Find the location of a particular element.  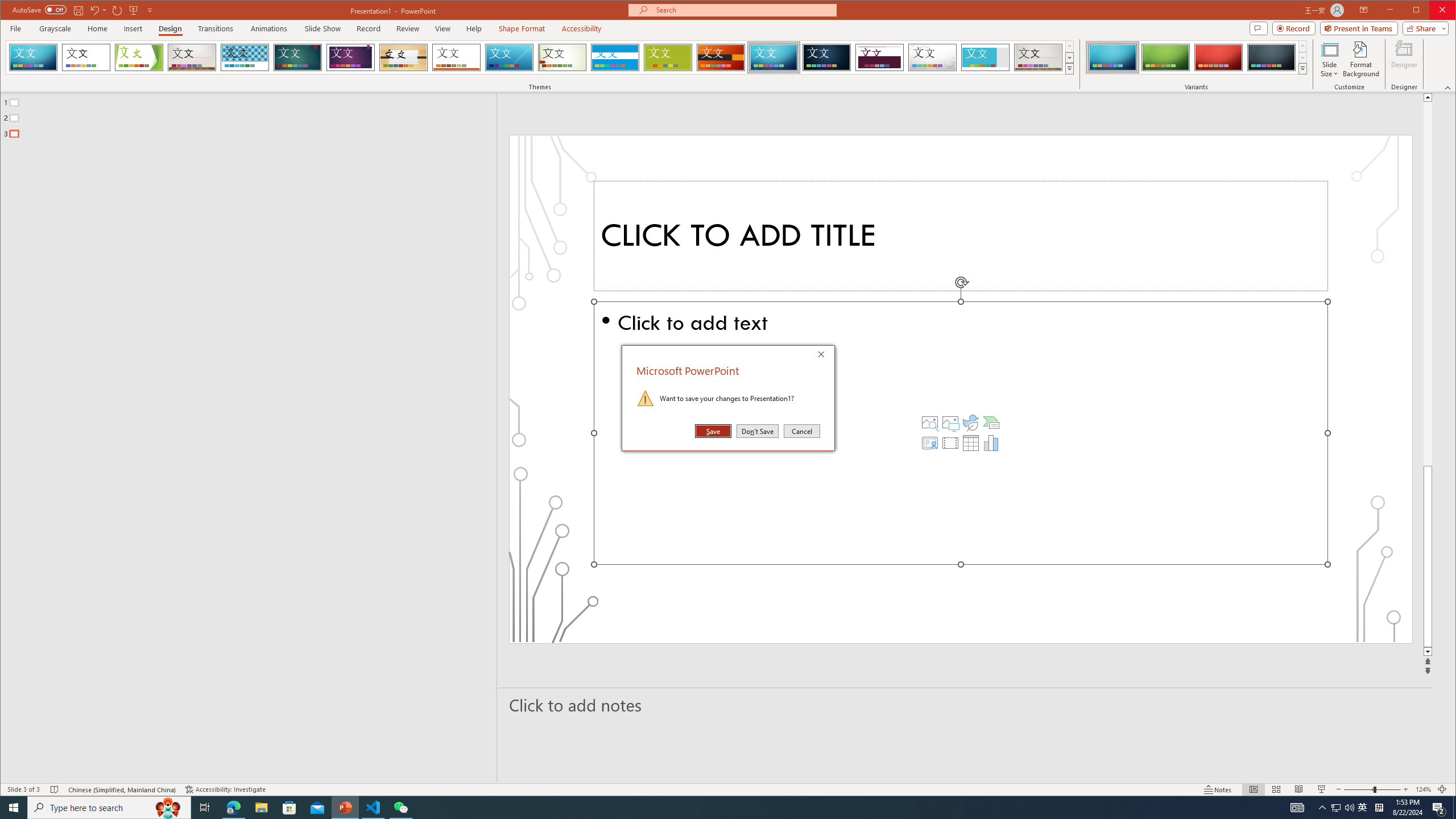

'Designer' is located at coordinates (1405, 59).